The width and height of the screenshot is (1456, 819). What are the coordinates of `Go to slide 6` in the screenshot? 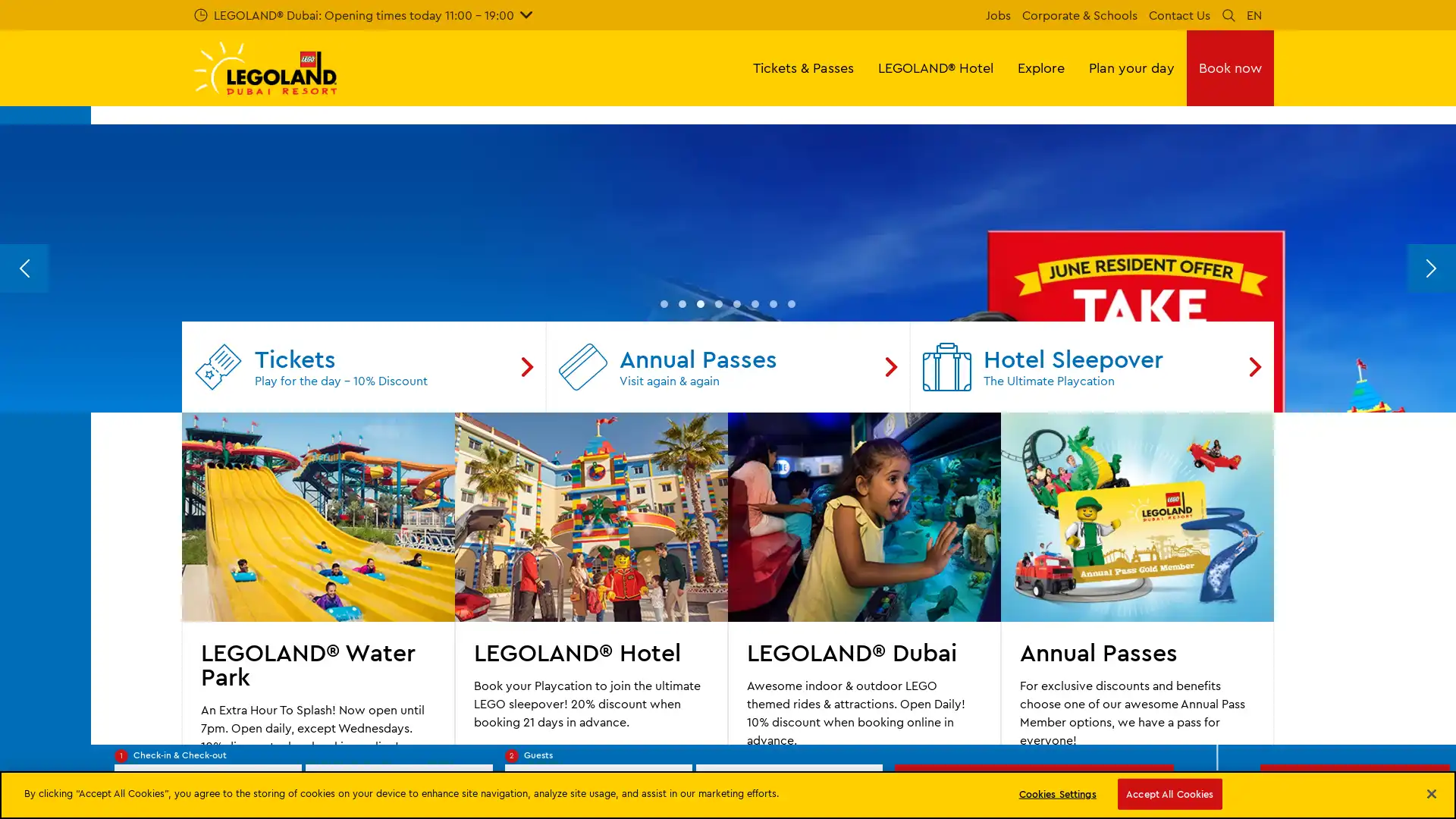 It's located at (755, 604).